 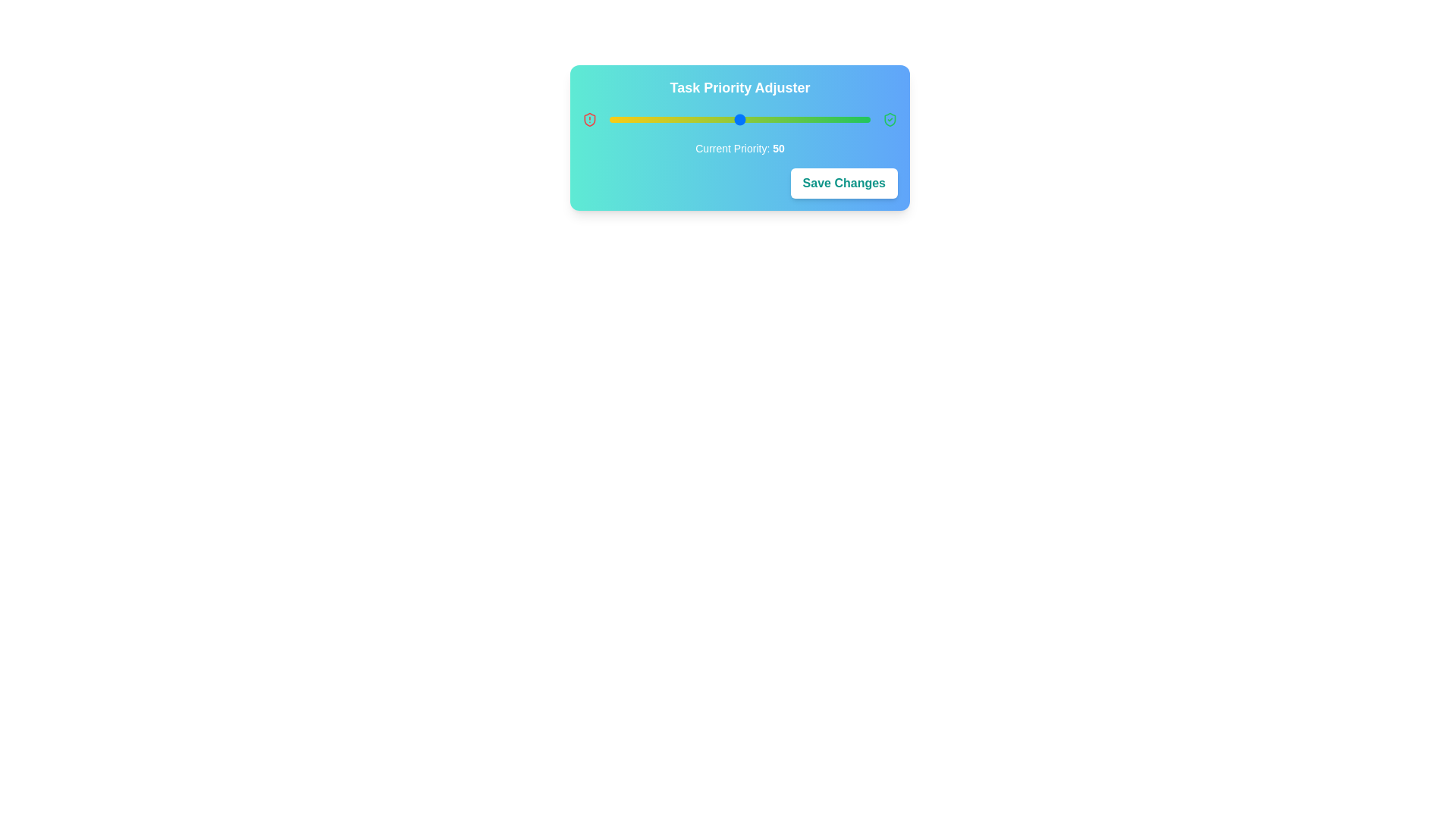 I want to click on the priority slider to 16 by clicking on the slider track, so click(x=651, y=119).